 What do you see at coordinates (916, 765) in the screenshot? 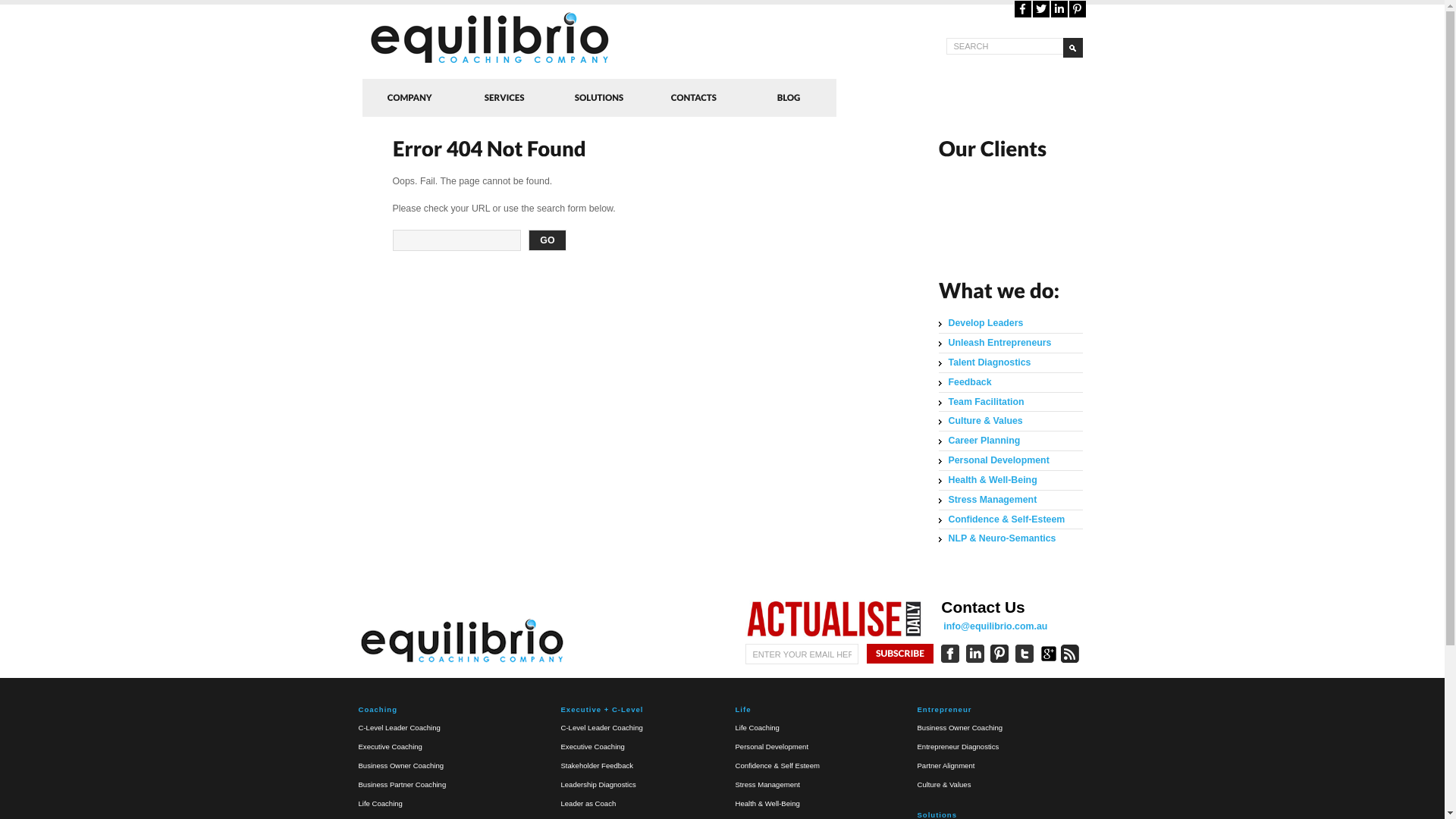
I see `'Partner Alignment'` at bounding box center [916, 765].